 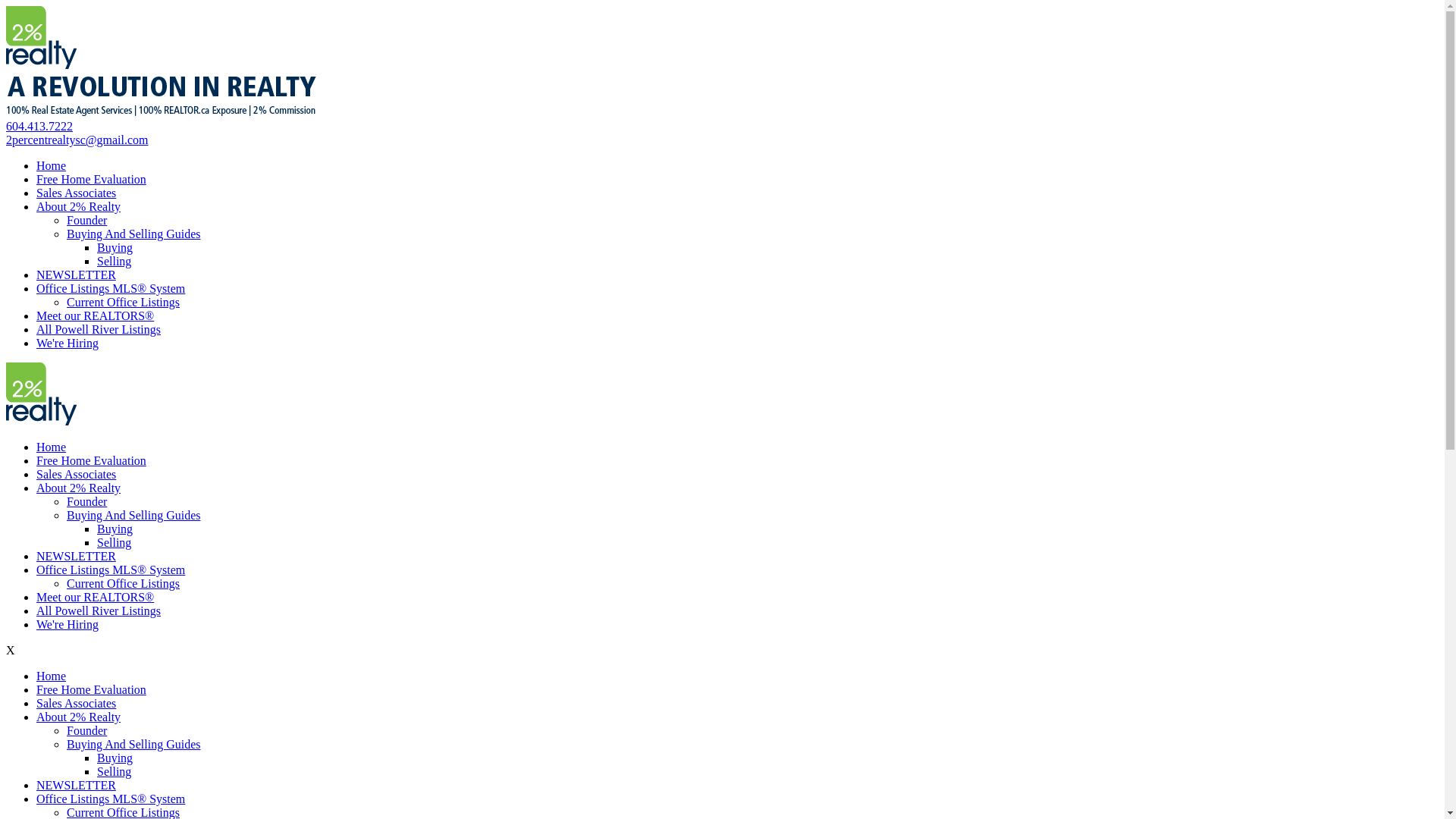 I want to click on 'About 2% Realty', so click(x=77, y=717).